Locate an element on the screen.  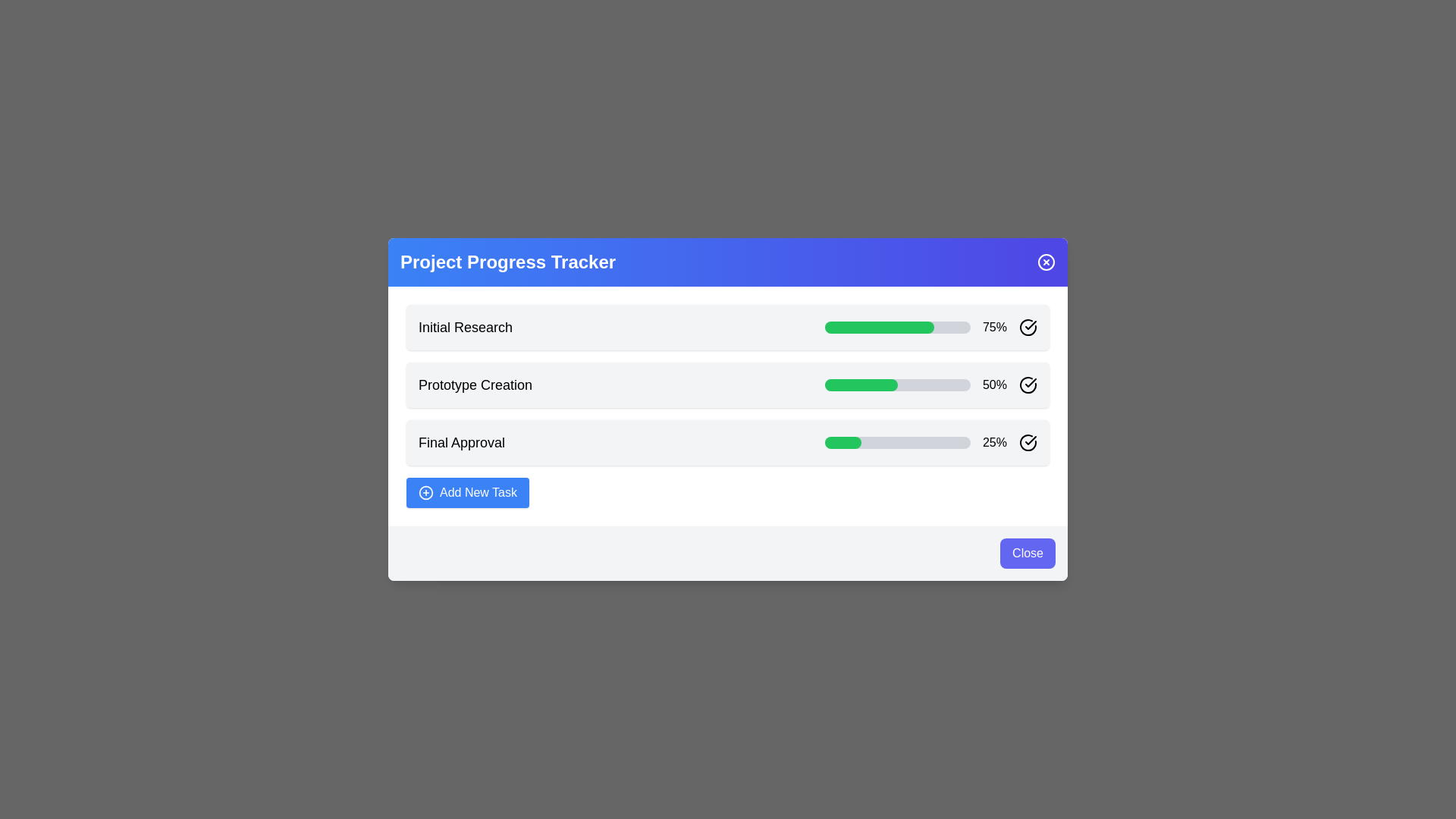
the task name 'Final Approval' by clicking on the task progress bar element that displays the text 'Final Approval' along with its progress indicator and tick mark icon is located at coordinates (728, 442).